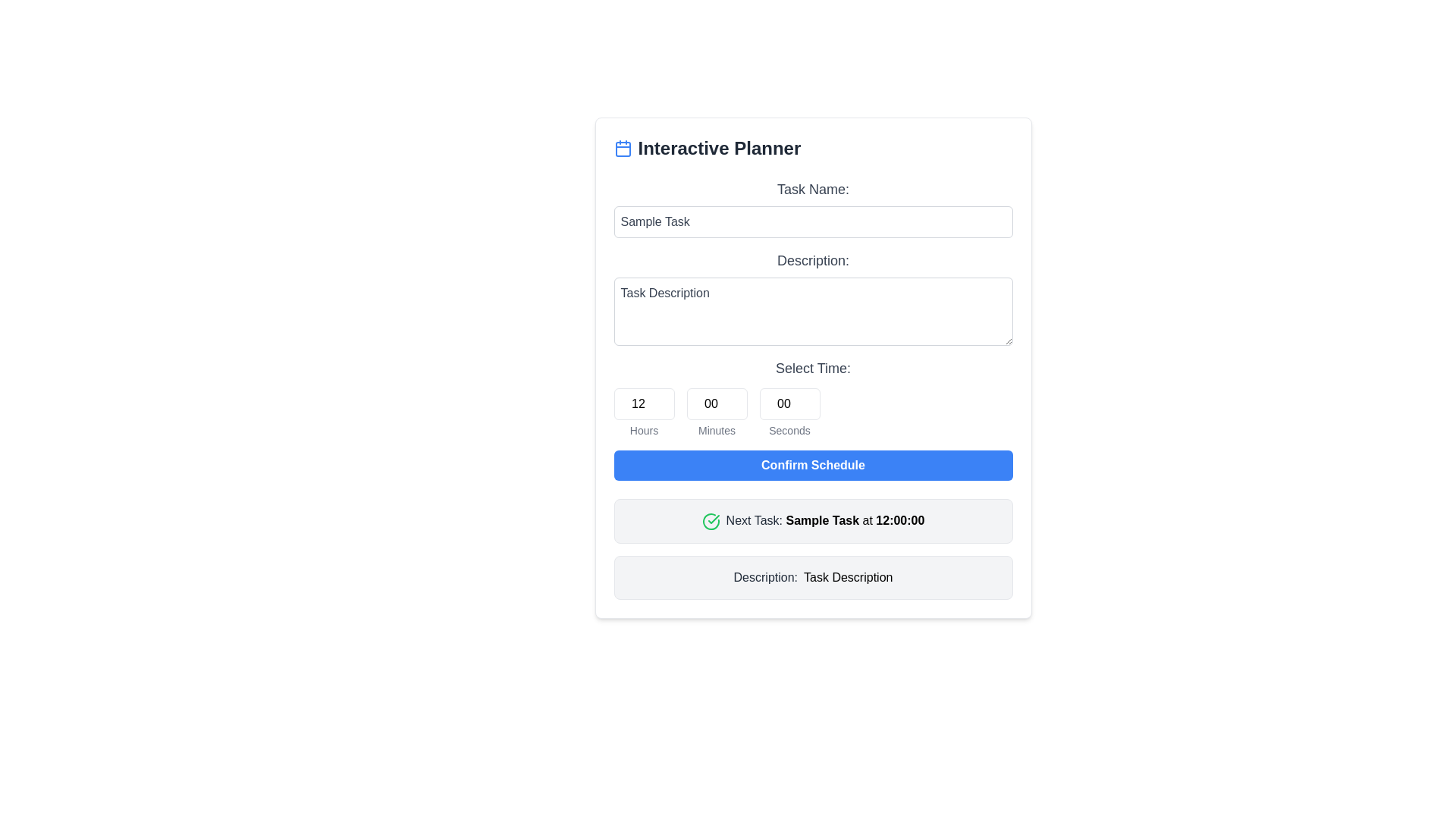 Image resolution: width=1456 pixels, height=819 pixels. Describe the element at coordinates (812, 369) in the screenshot. I see `the text label that displays 'Select Time:', which is styled in bold gray sans-serif font and is the fourth label in the form layout` at that location.